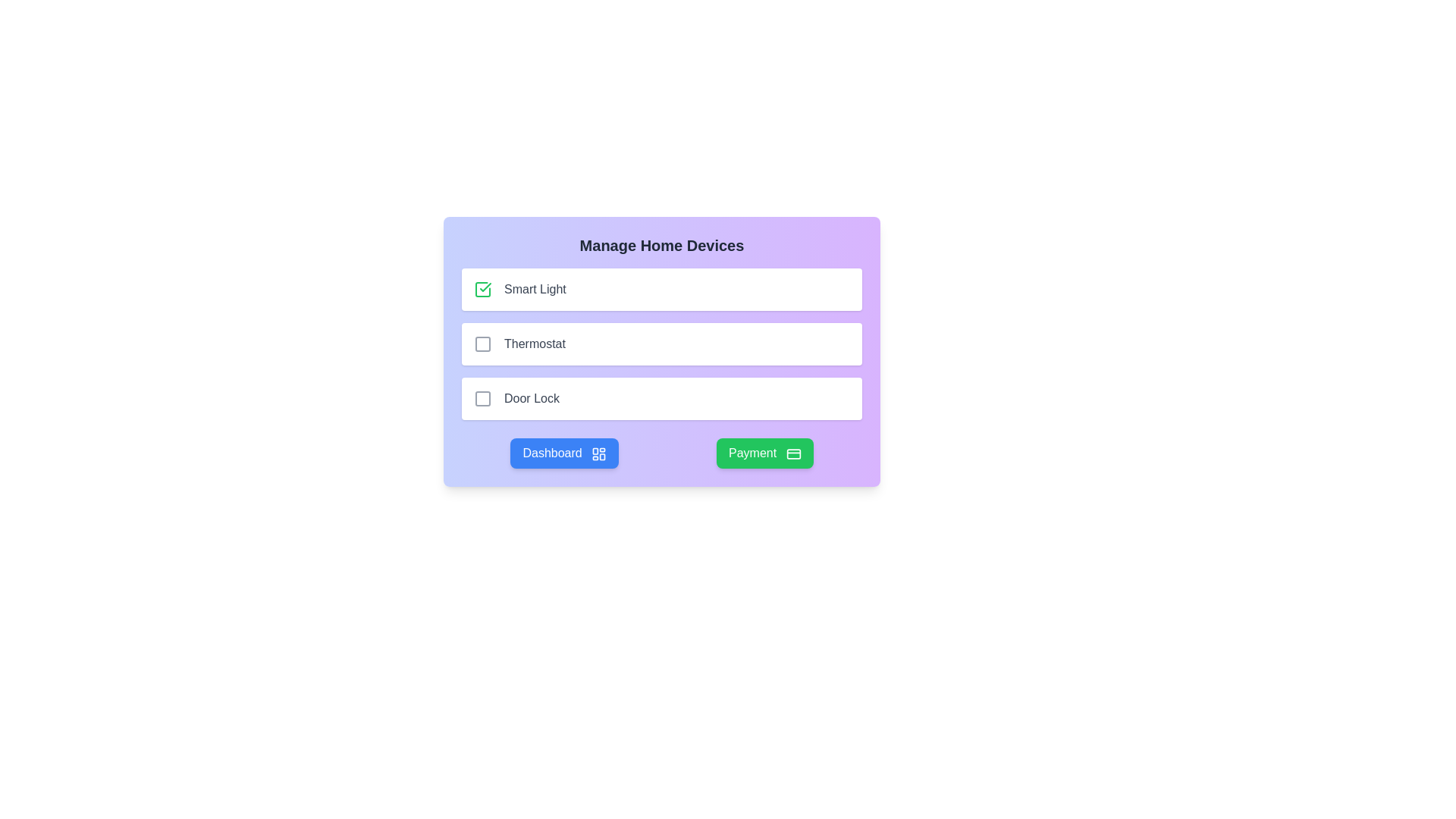 This screenshot has width=1456, height=819. Describe the element at coordinates (662, 452) in the screenshot. I see `the blue 'Dashboard' button located in the navigation bar at the bottom of the 'Manage Home Devices' card` at that location.